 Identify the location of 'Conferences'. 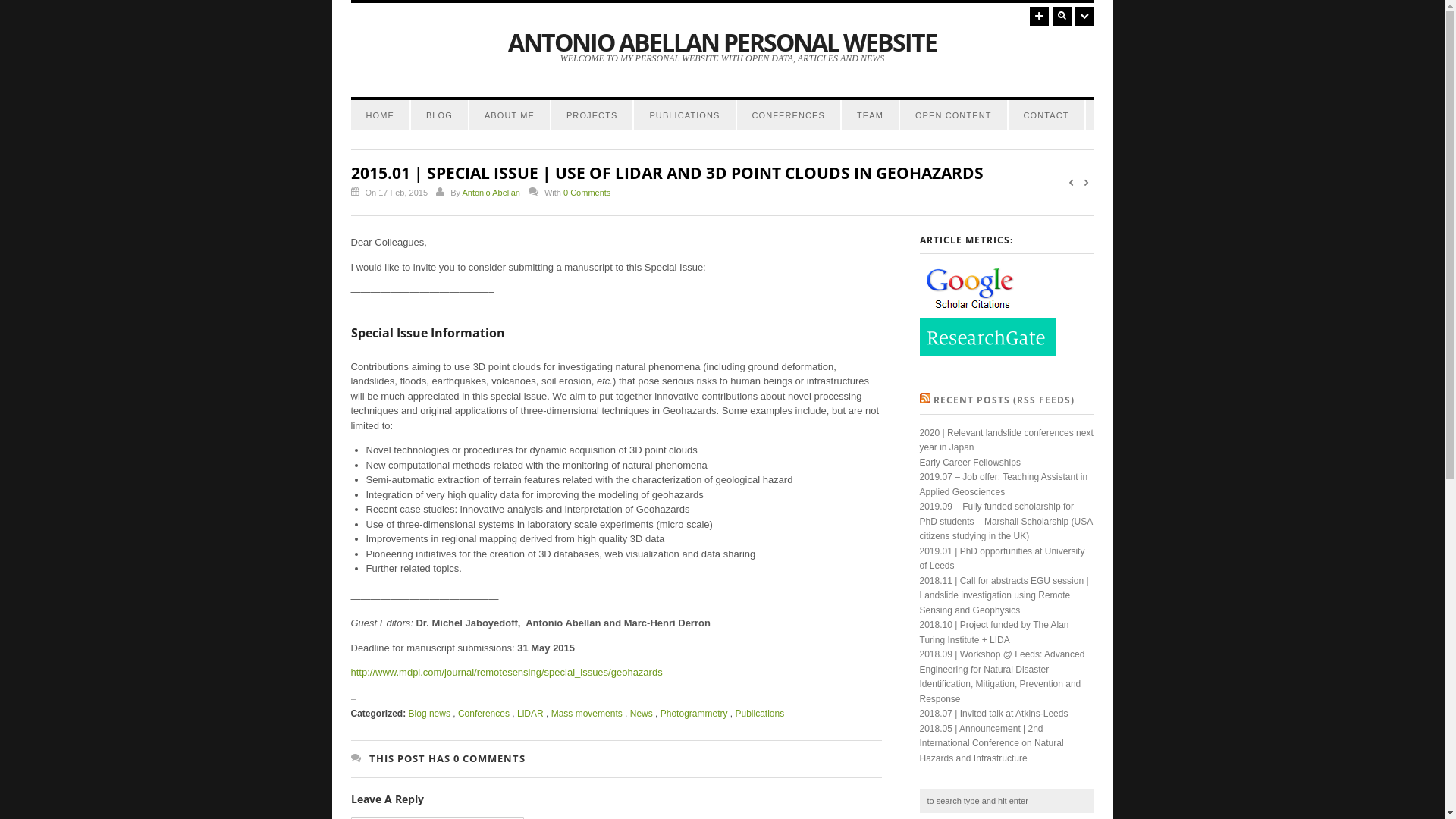
(457, 714).